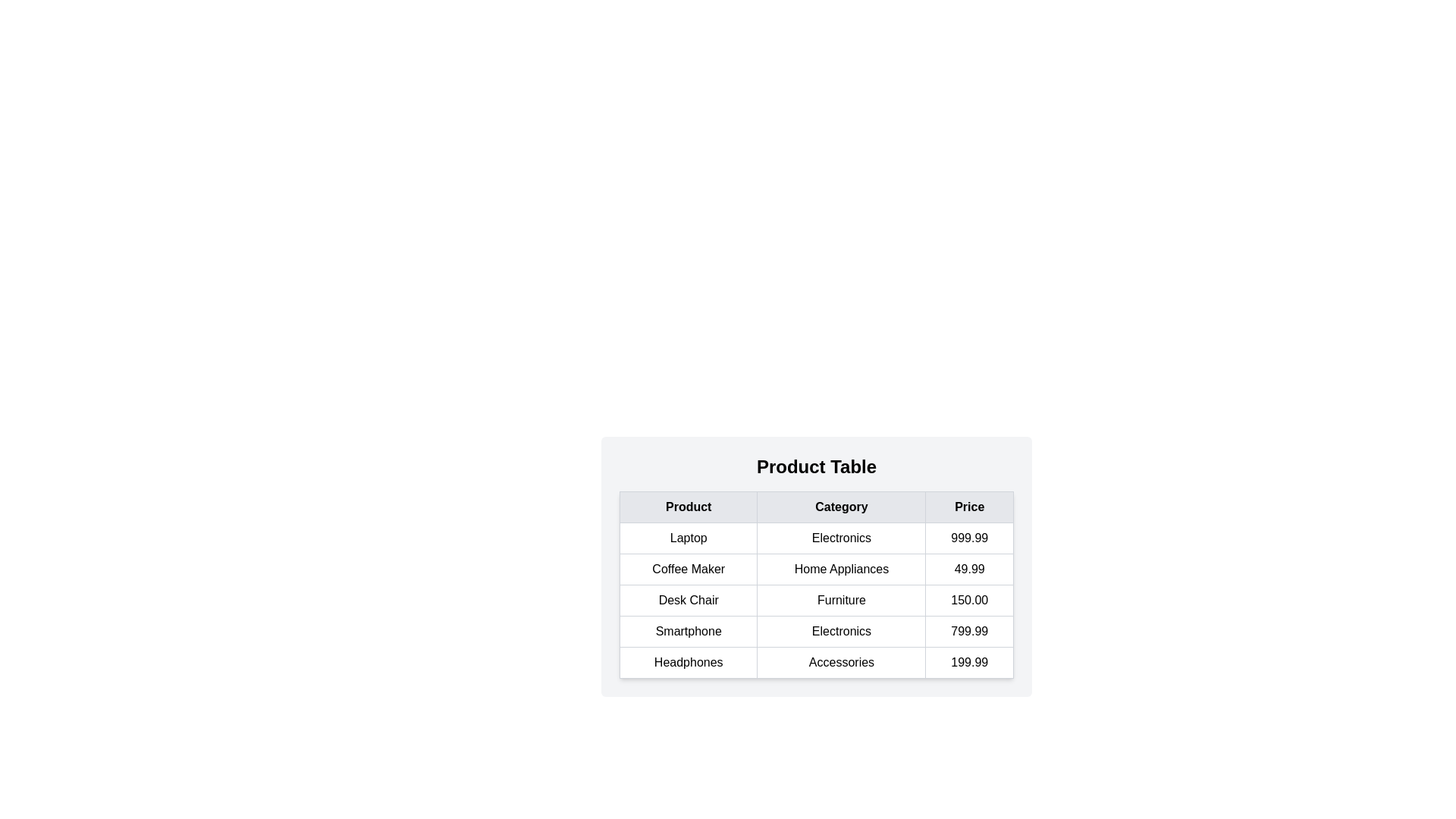  What do you see at coordinates (687, 662) in the screenshot?
I see `the text label displaying the product name 'Headphones', which is located as the first cell in the last row under the 'Product' column of the table` at bounding box center [687, 662].